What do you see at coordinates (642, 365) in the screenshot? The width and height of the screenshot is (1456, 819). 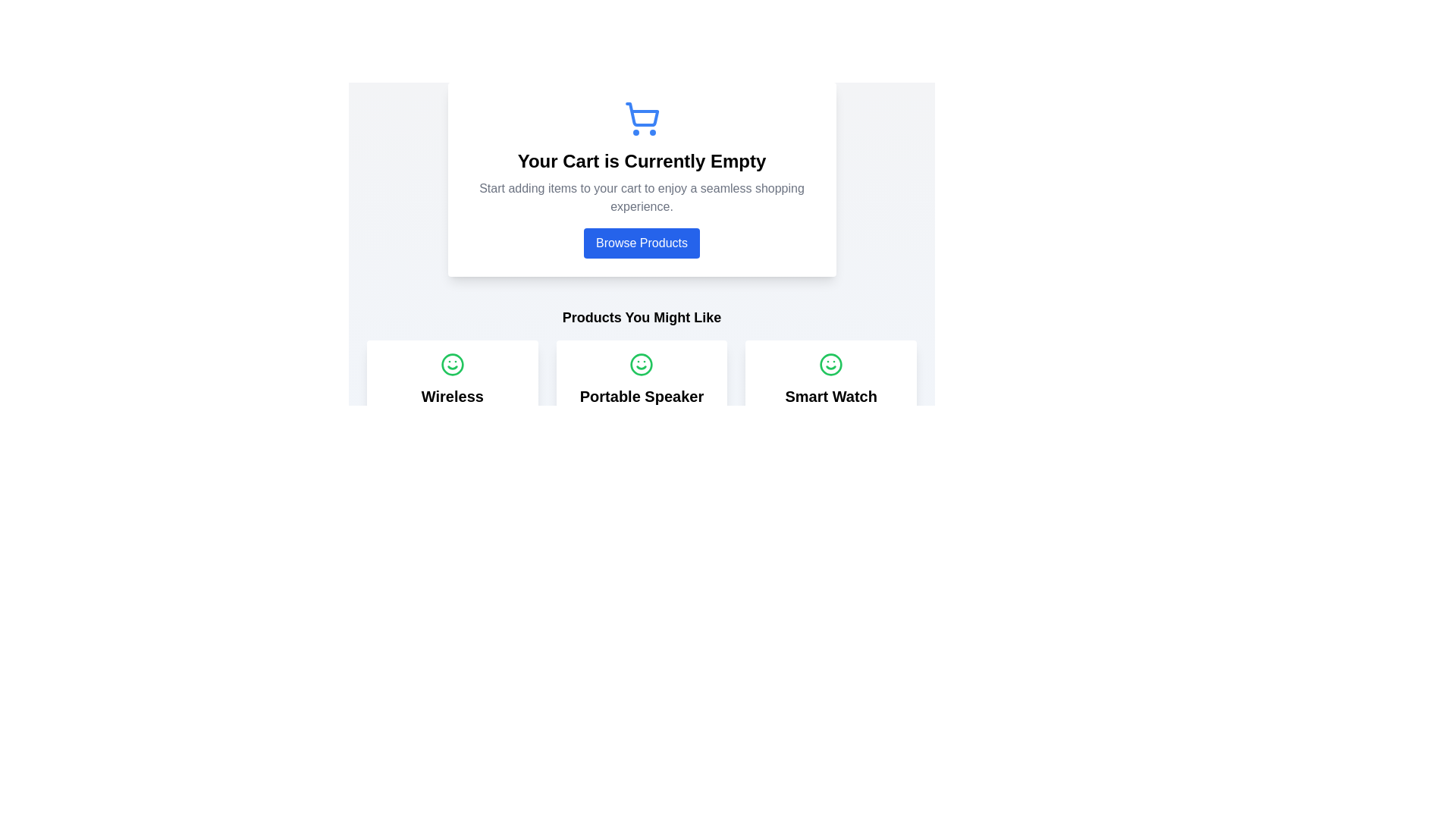 I see `the decorative smiley face icon representing the 'Portable Speaker' product suggestion, located in the middle position of three similar icons` at bounding box center [642, 365].